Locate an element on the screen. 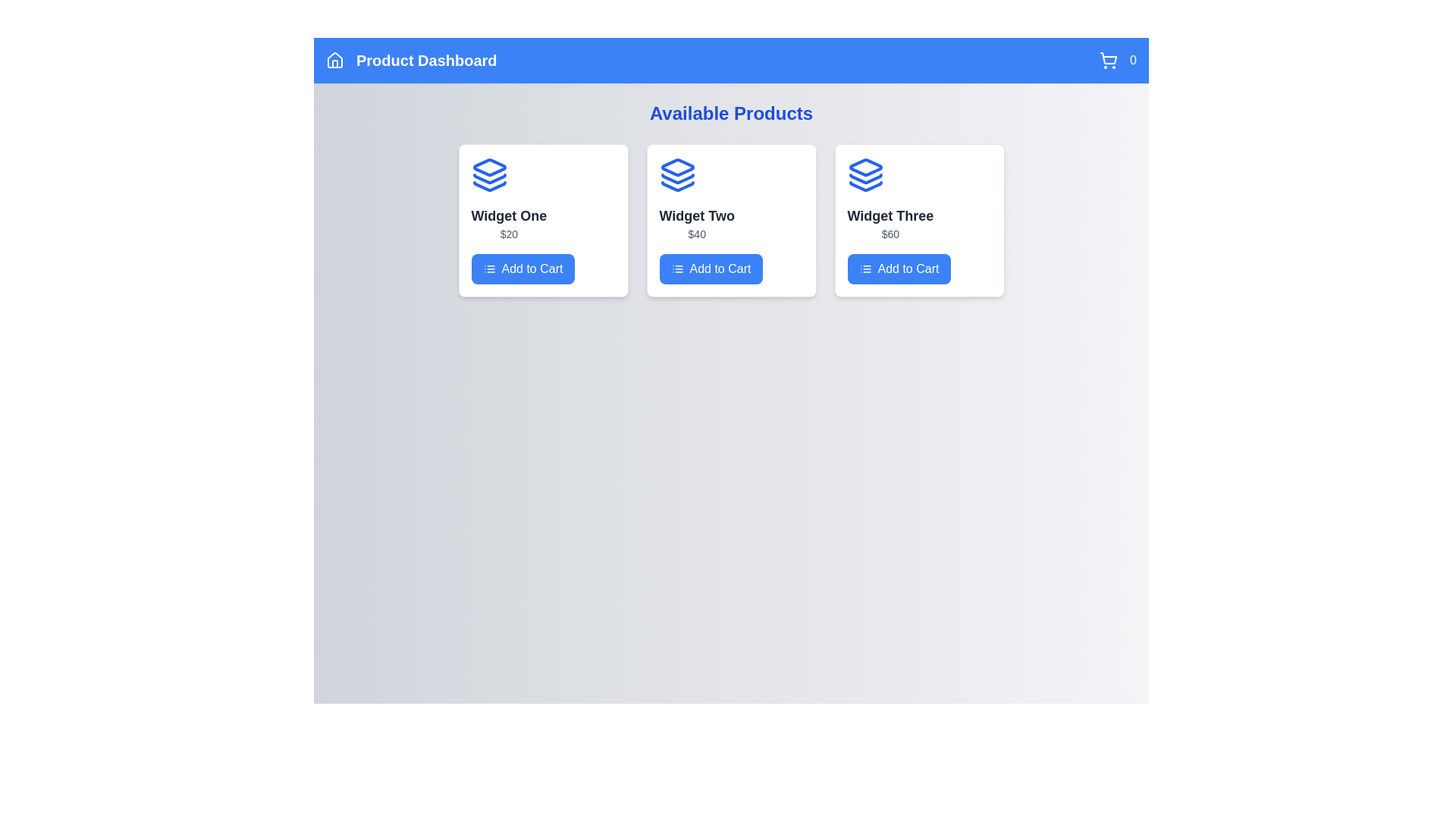 Image resolution: width=1456 pixels, height=819 pixels. the button located at the bottom of the 'Widget Three' card is located at coordinates (899, 268).